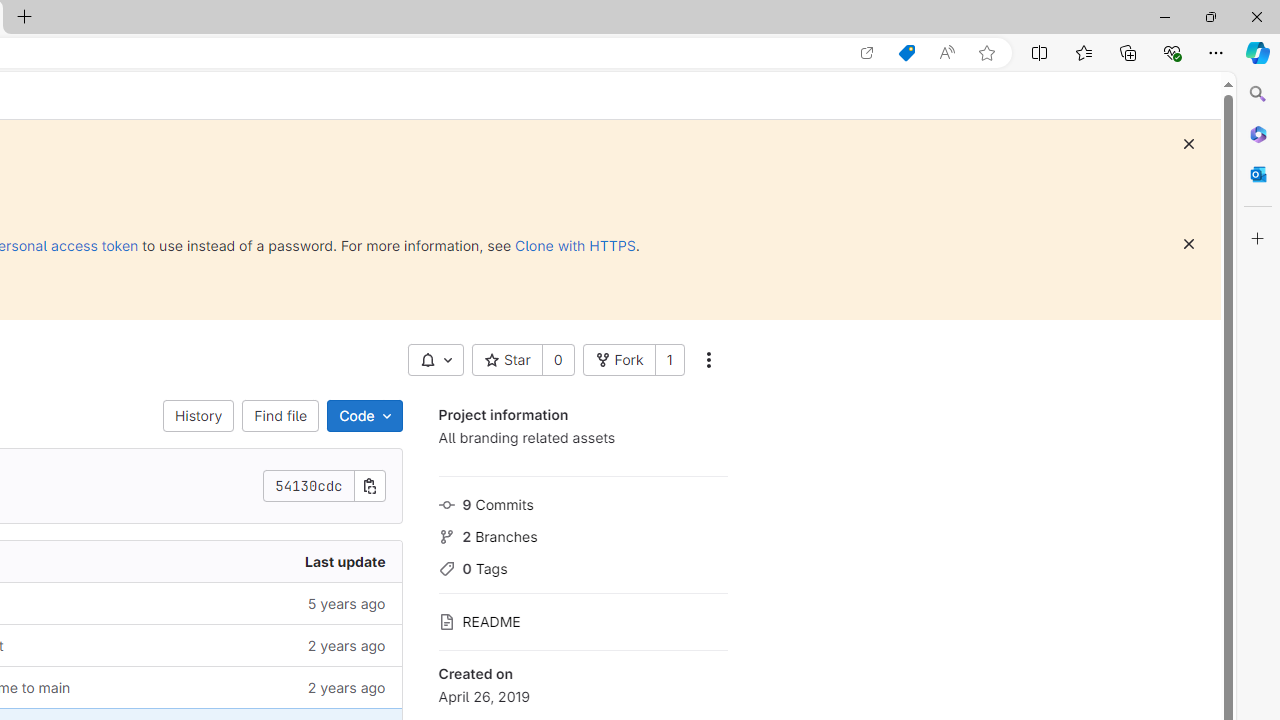 Image resolution: width=1280 pixels, height=720 pixels. Describe the element at coordinates (905, 52) in the screenshot. I see `'Shopping in Microsoft Edge'` at that location.